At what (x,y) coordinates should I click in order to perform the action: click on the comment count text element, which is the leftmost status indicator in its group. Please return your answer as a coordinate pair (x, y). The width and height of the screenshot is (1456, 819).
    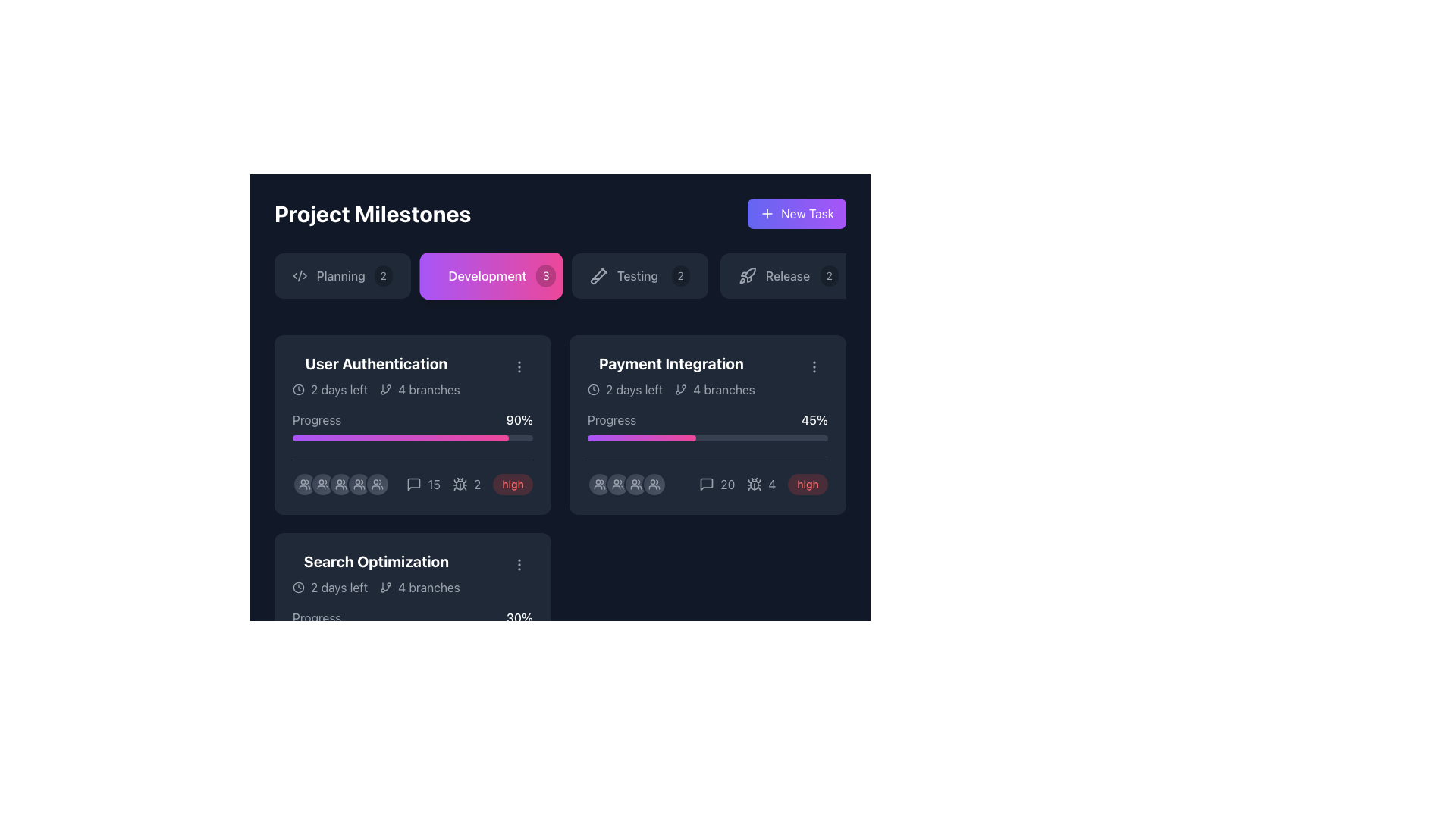
    Looking at the image, I should click on (423, 485).